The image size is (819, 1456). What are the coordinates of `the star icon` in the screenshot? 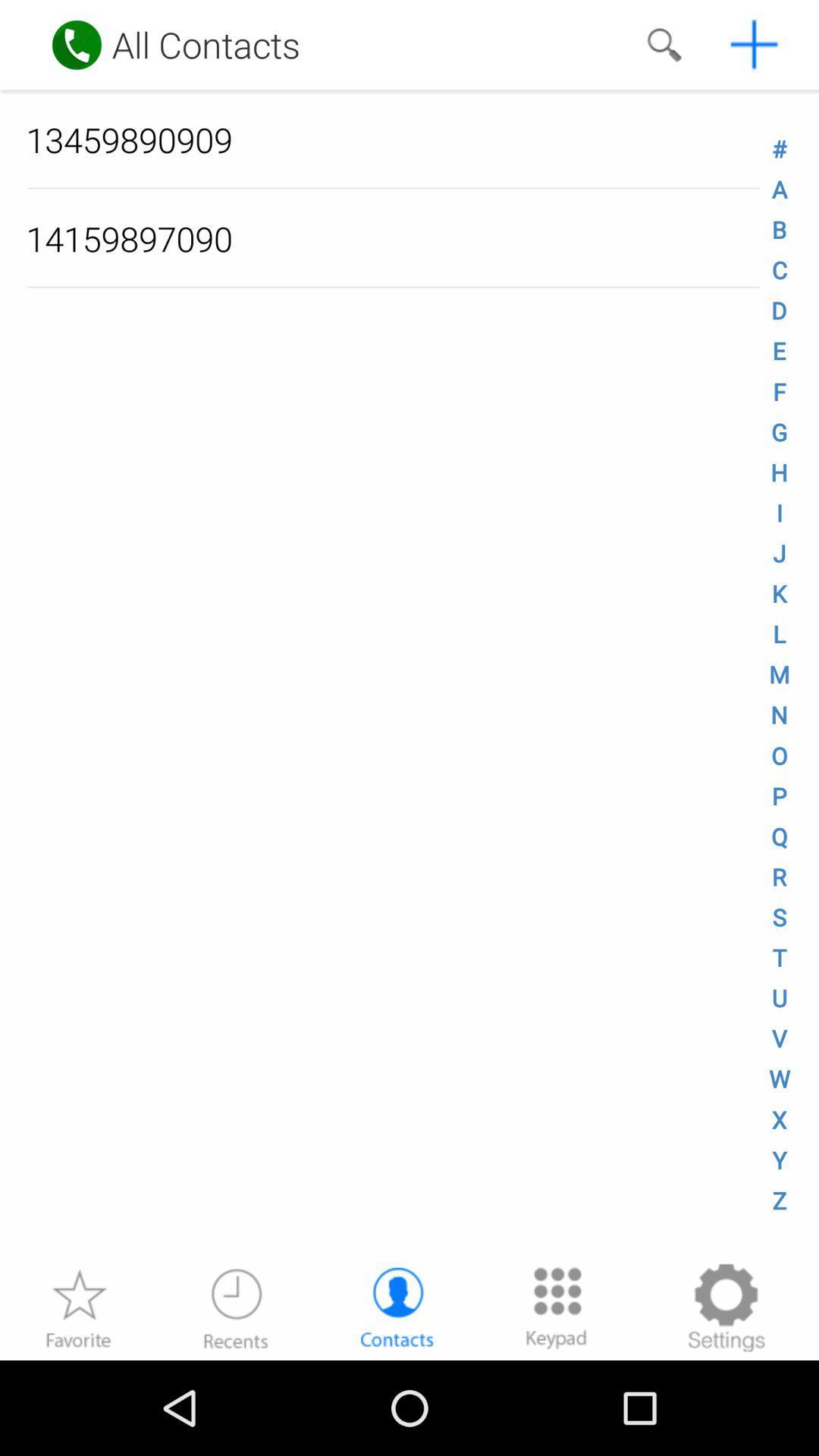 It's located at (78, 1398).